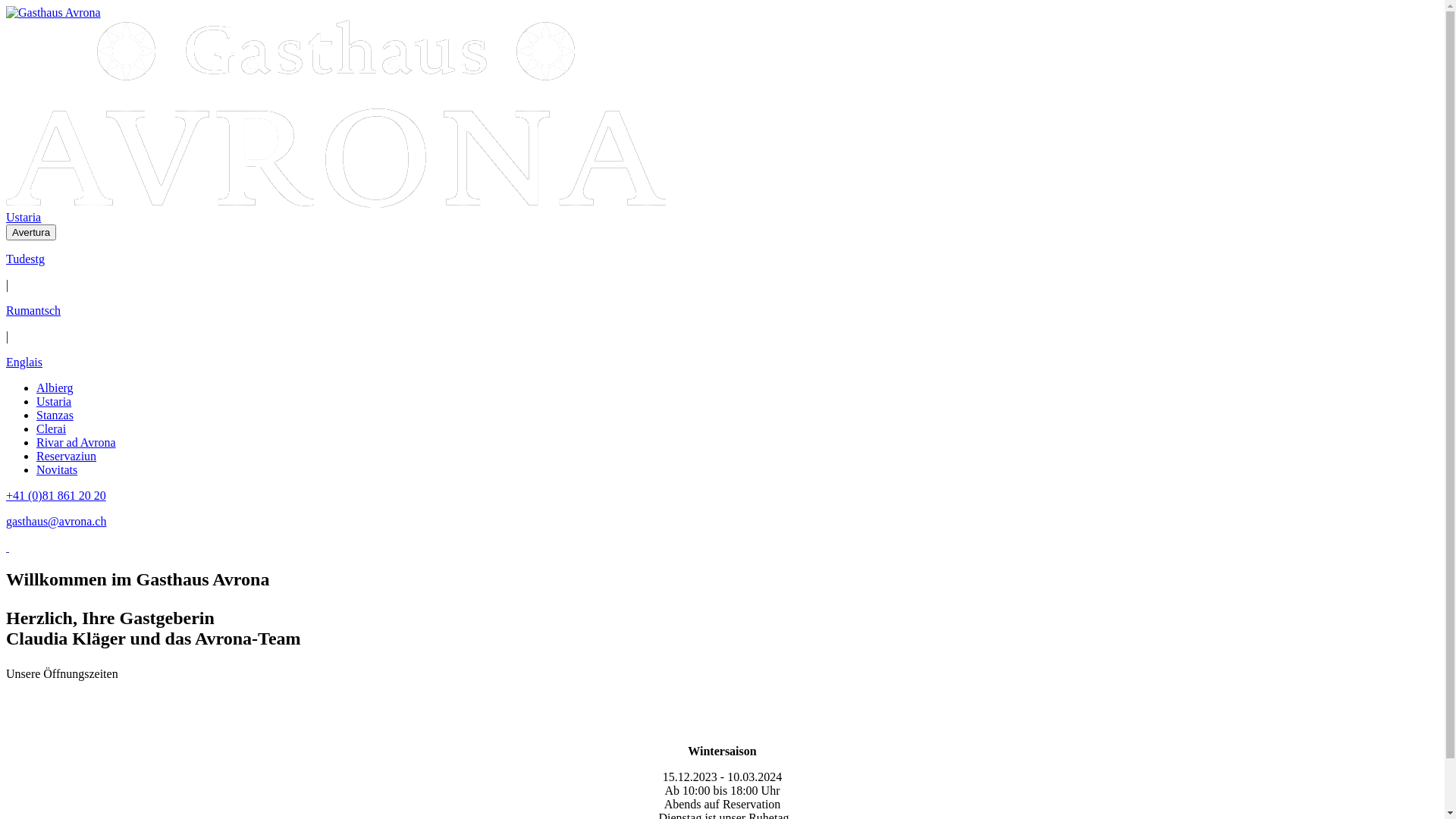  What do you see at coordinates (36, 469) in the screenshot?
I see `'Novitats'` at bounding box center [36, 469].